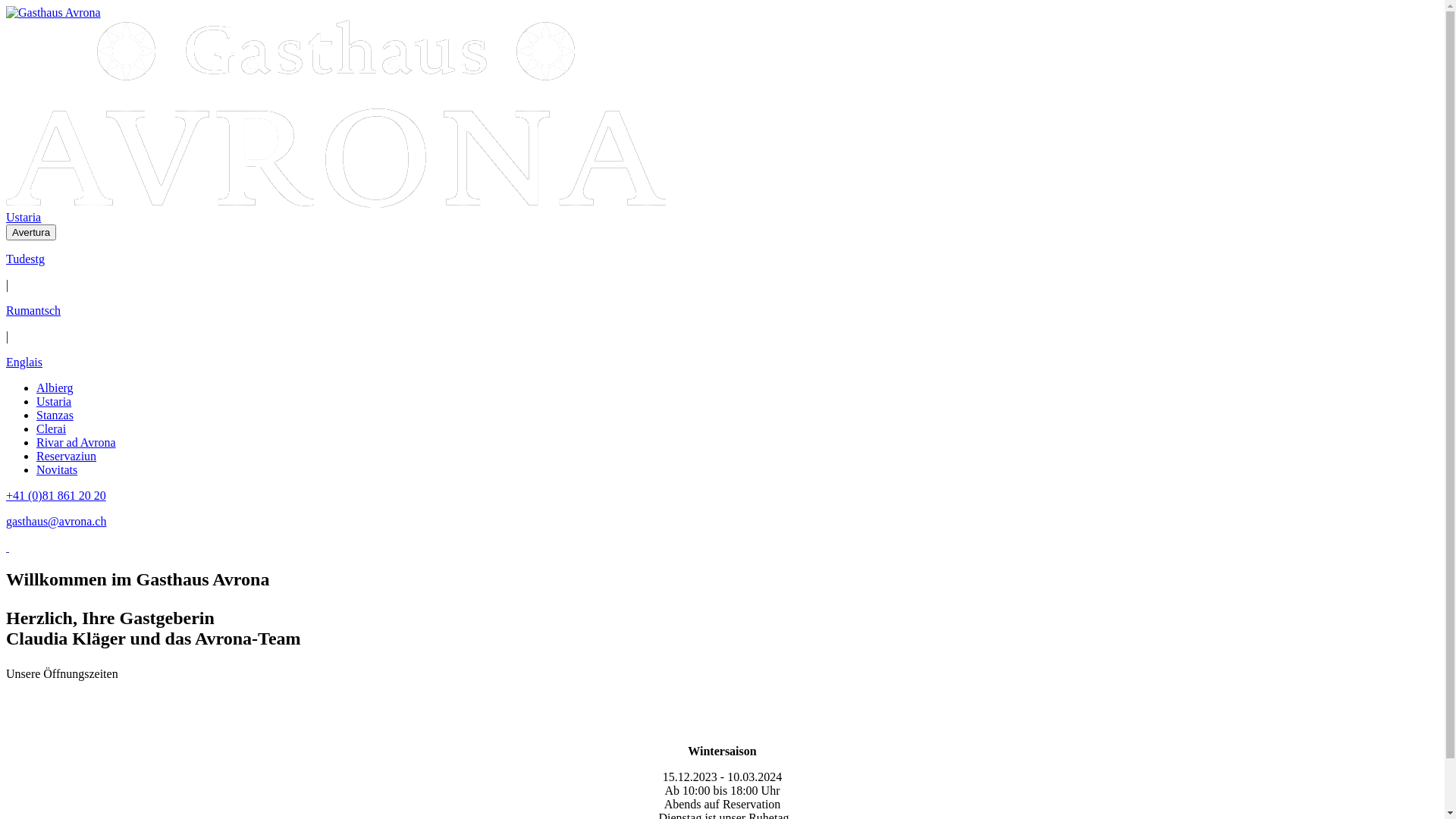  What do you see at coordinates (36, 469) in the screenshot?
I see `'Novitats'` at bounding box center [36, 469].